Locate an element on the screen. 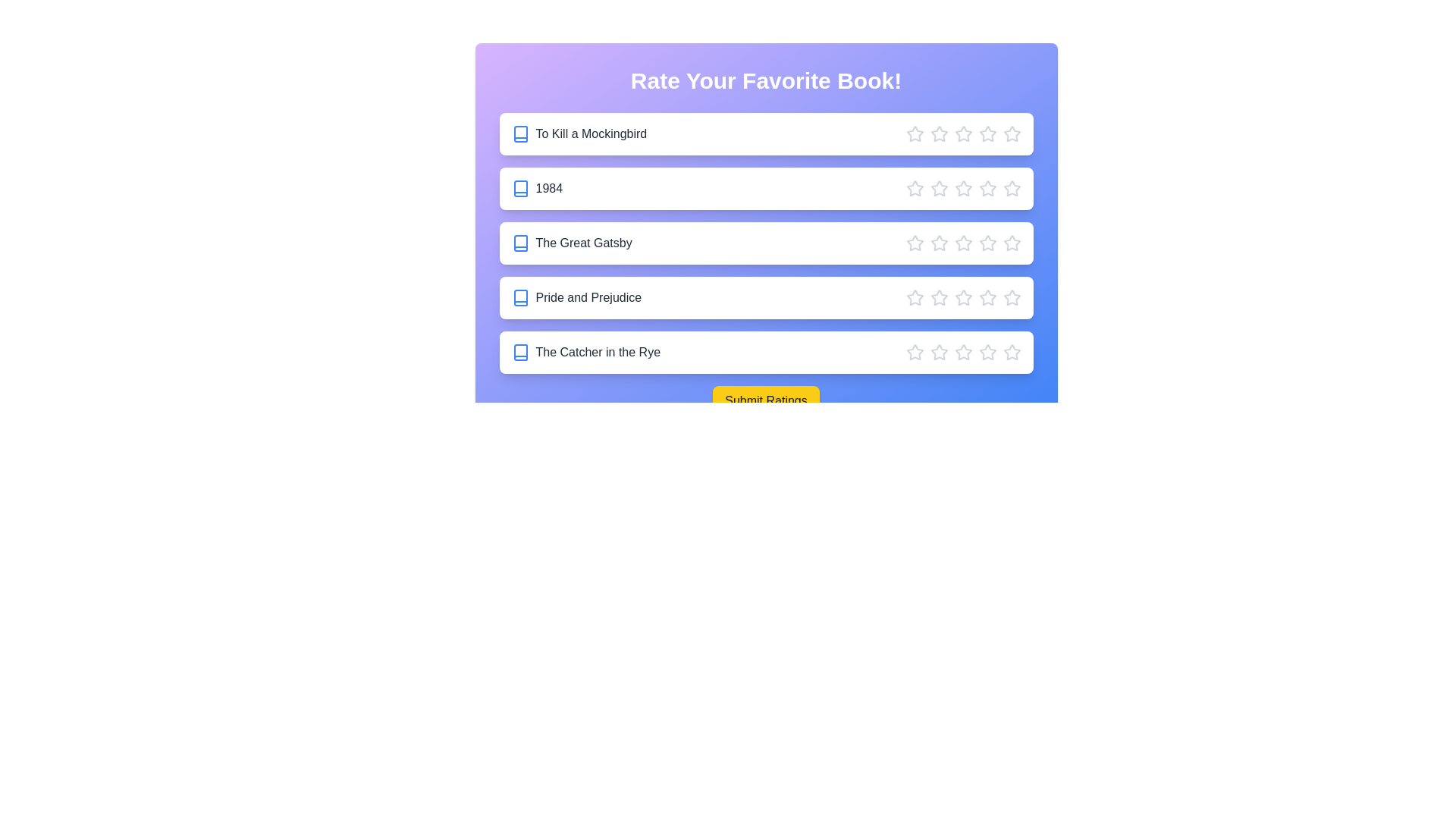 This screenshot has height=819, width=1456. the star corresponding to 4 stars for the book 'To Kill a Mockingbird' is located at coordinates (987, 133).